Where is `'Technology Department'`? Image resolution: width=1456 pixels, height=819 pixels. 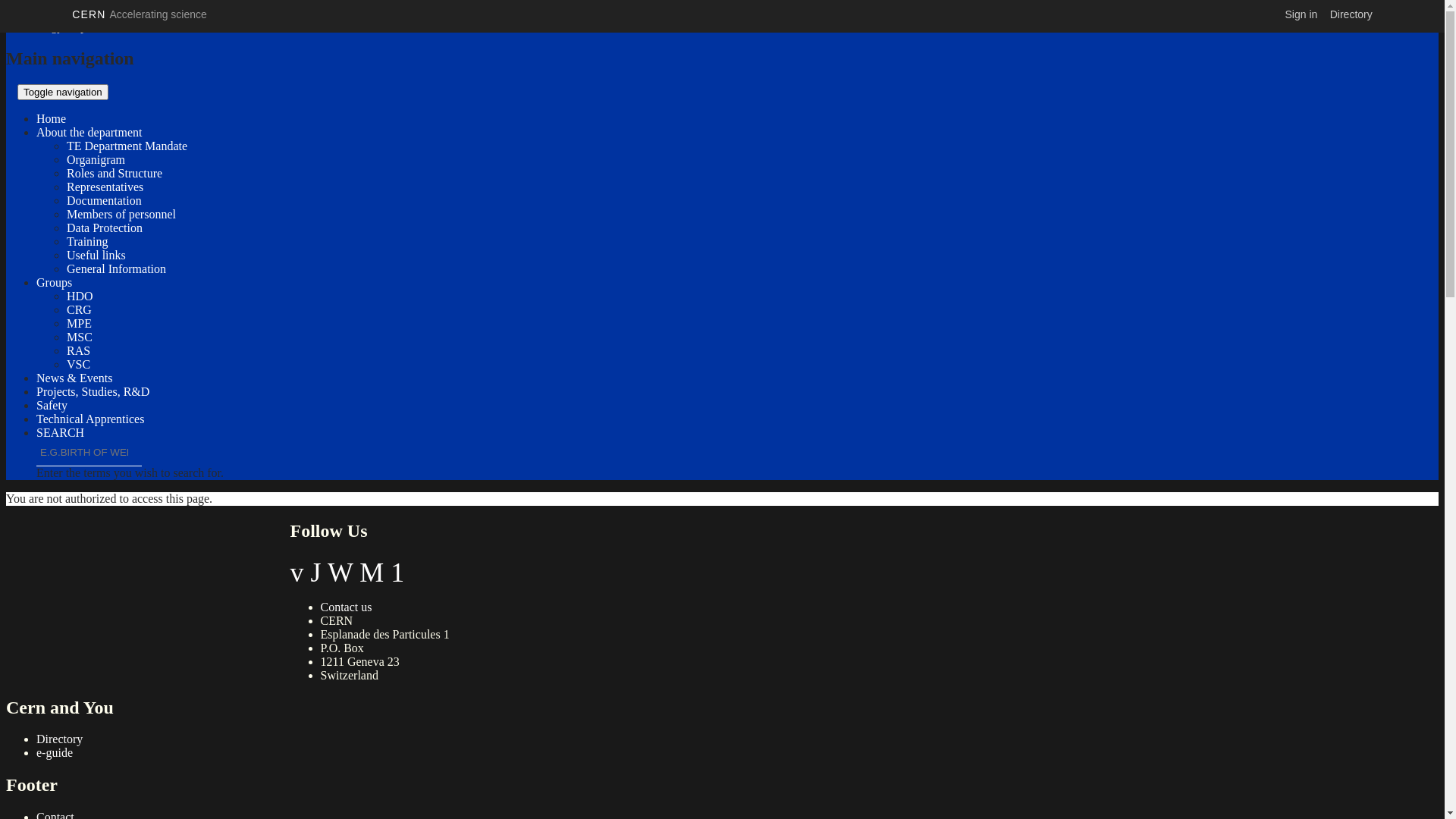
'Technology Department' is located at coordinates (64, 26).